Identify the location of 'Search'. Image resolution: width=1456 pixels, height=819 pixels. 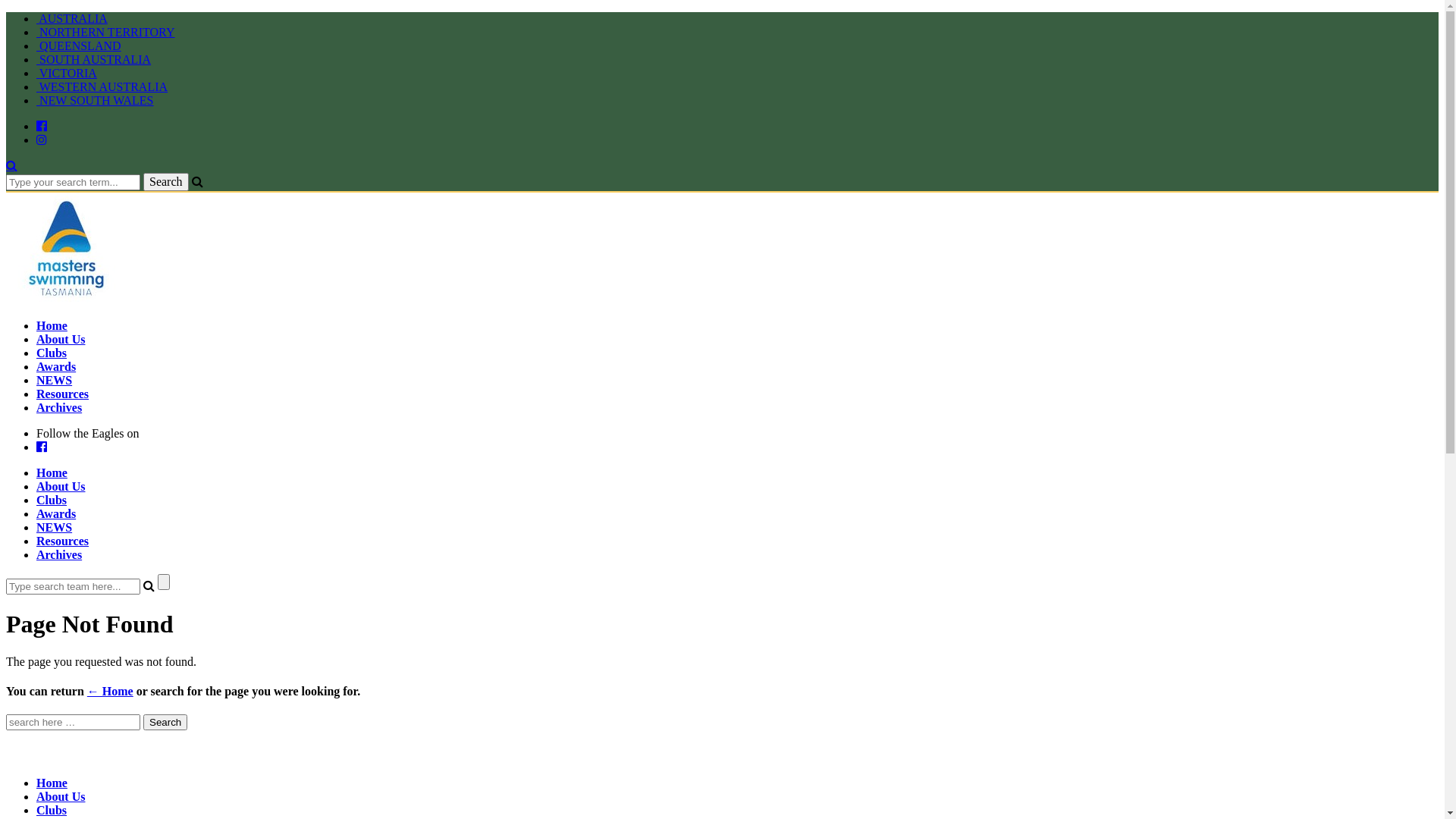
(143, 180).